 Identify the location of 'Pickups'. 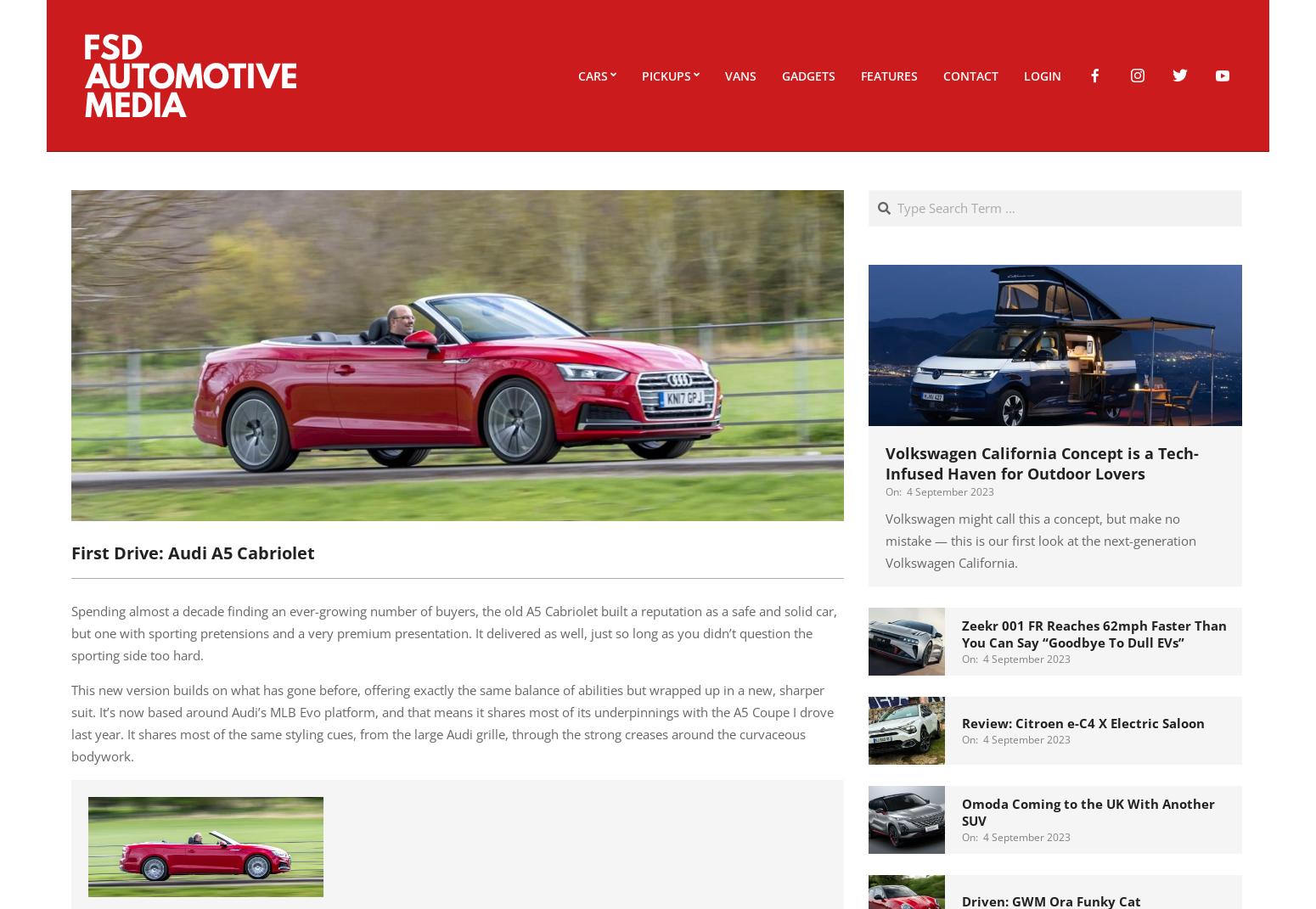
(666, 75).